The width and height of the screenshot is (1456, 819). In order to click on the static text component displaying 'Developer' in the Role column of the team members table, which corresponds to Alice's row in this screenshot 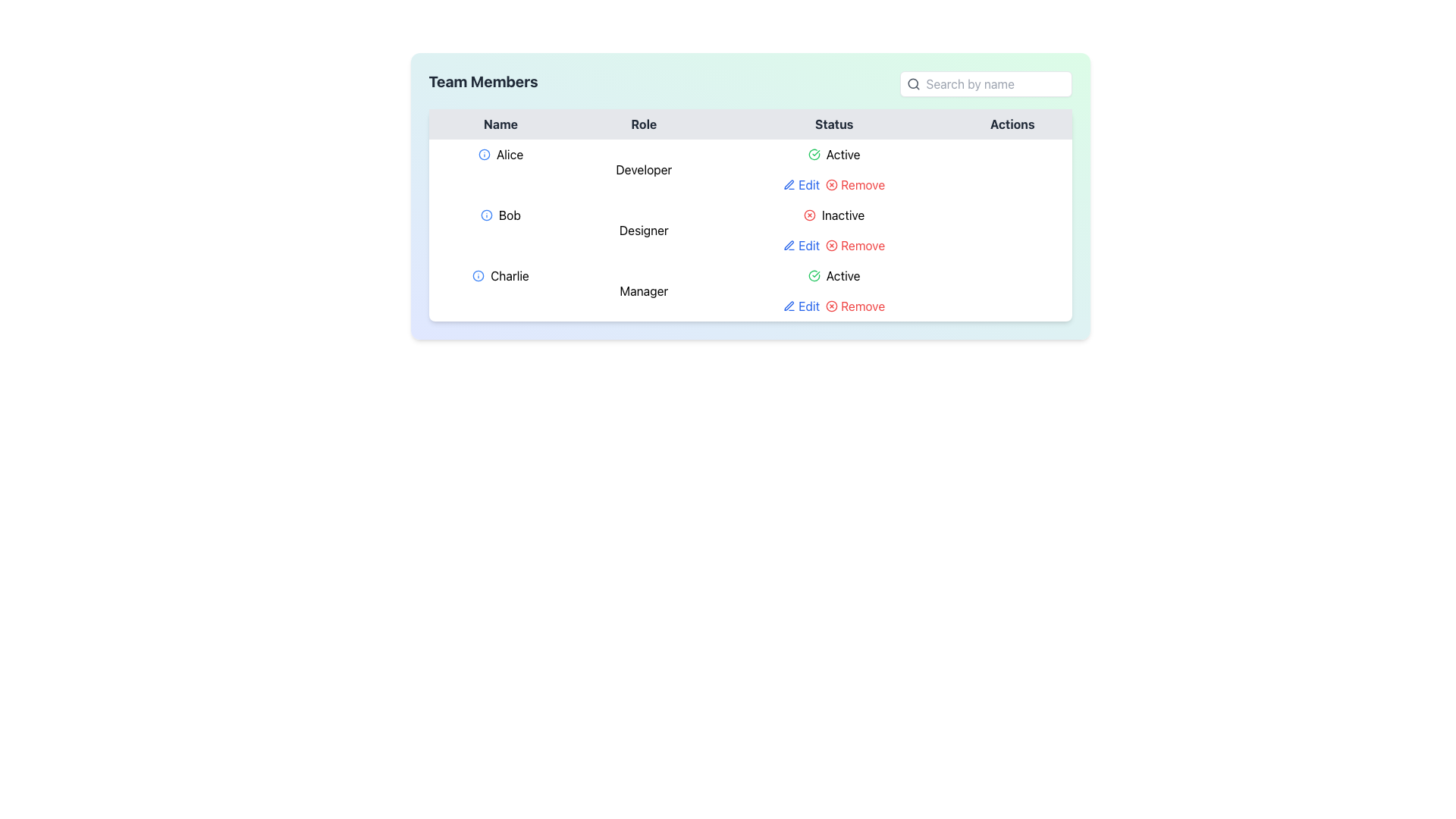, I will do `click(644, 169)`.